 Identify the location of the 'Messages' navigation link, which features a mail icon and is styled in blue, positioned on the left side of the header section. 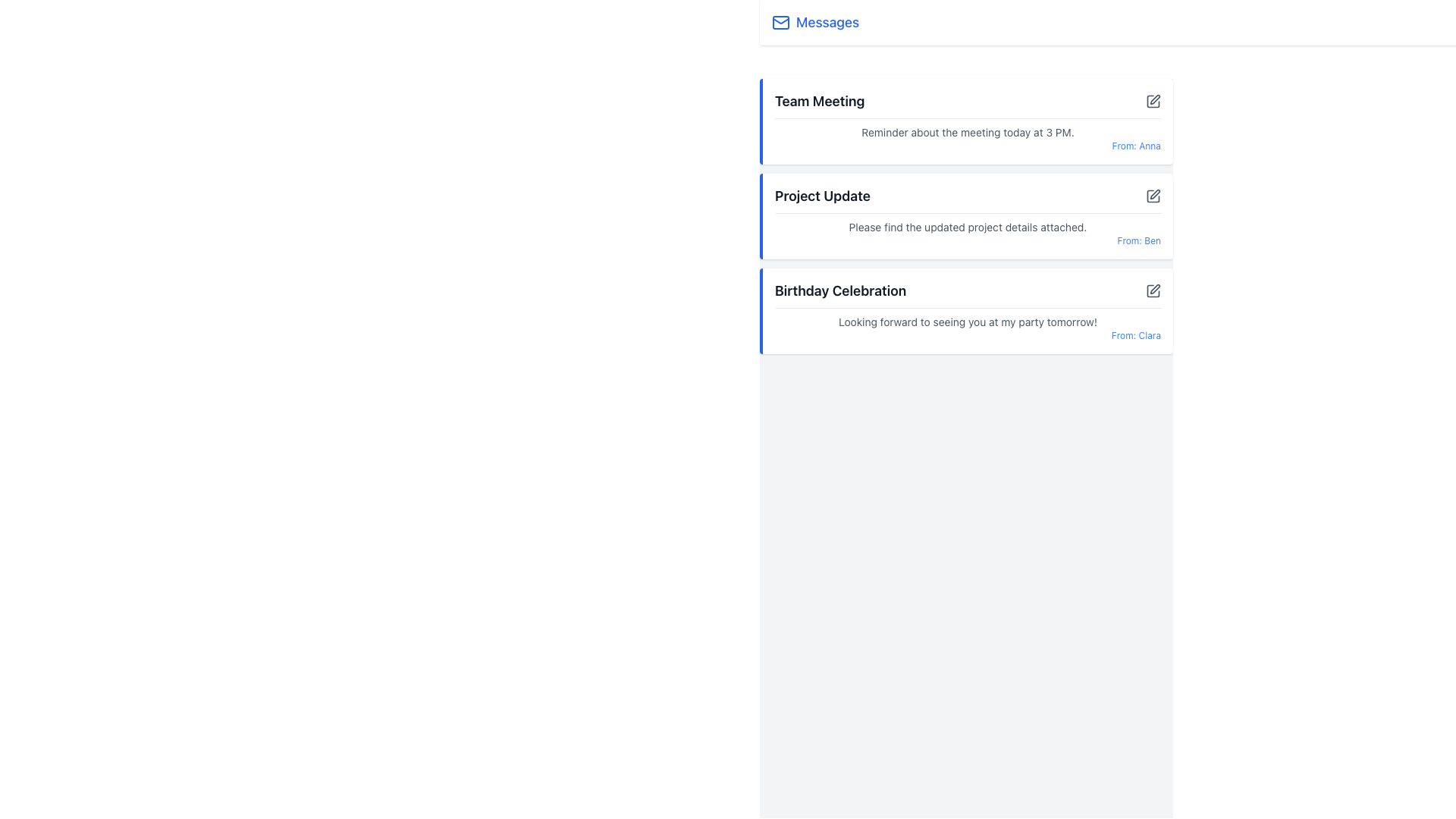
(814, 23).